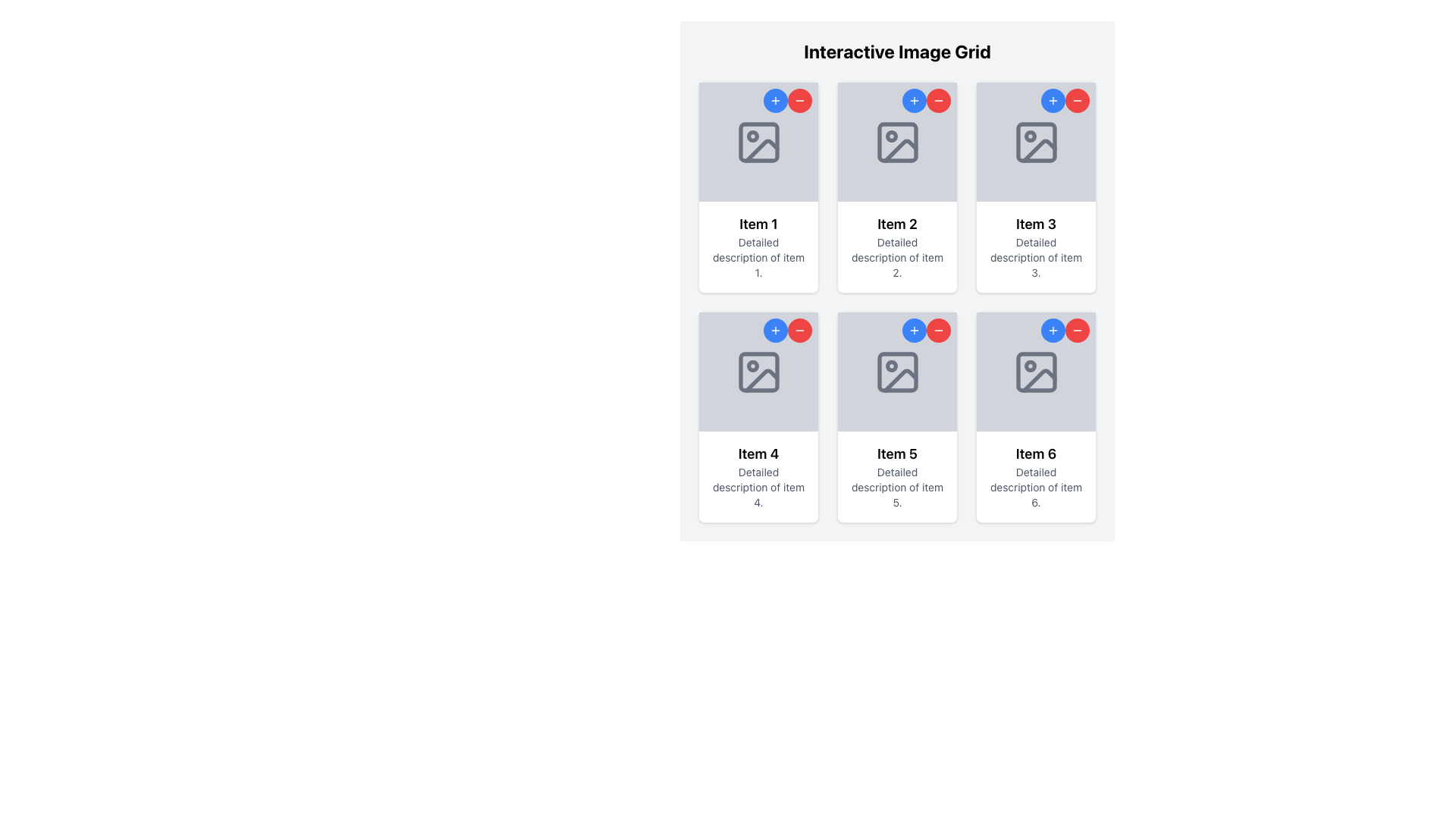 The height and width of the screenshot is (819, 1456). I want to click on the circular 'plus' button with a blue background located at the top-left corner of the card labeled 'Item 3' for potential repositioning, so click(1052, 100).